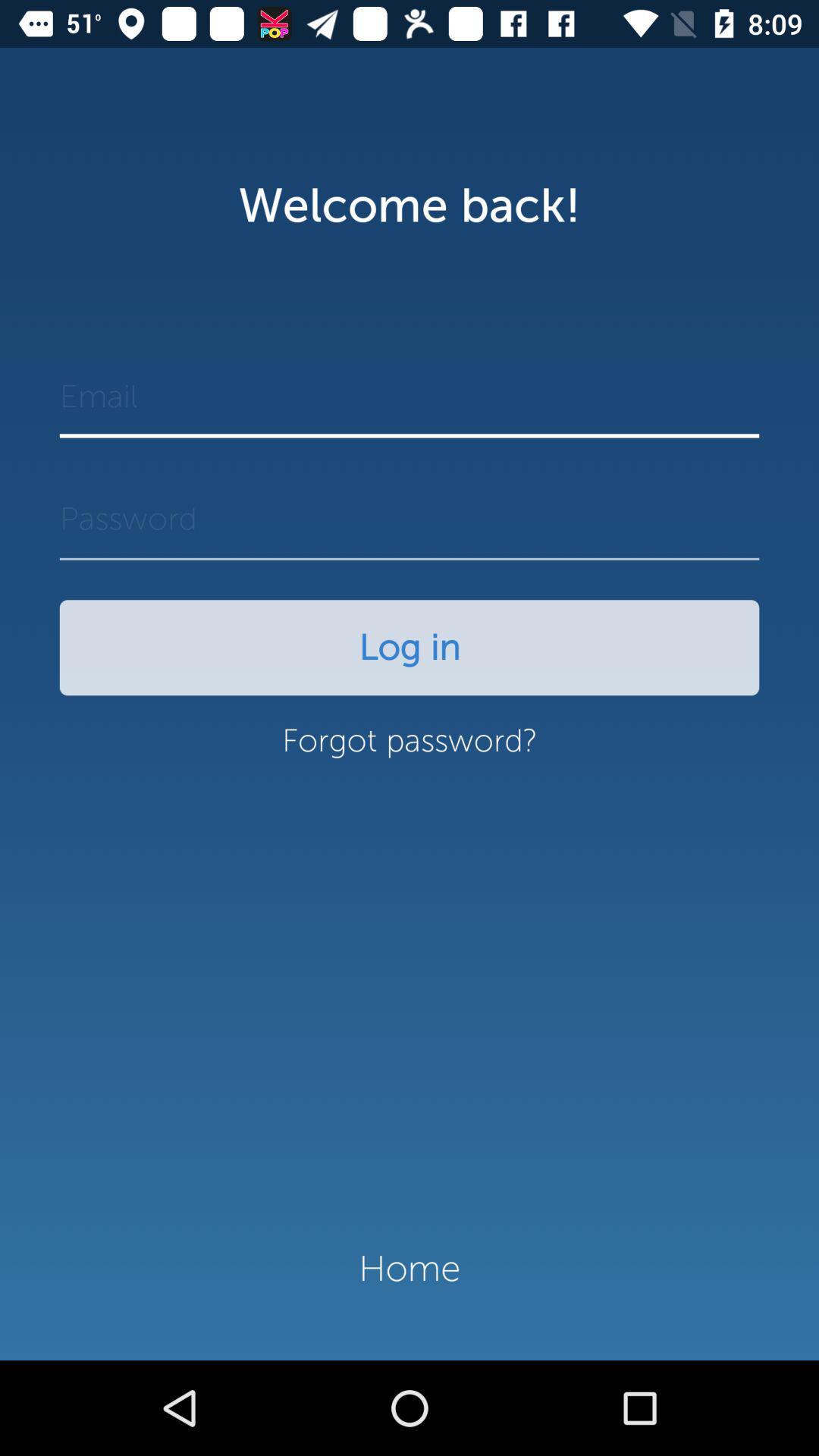 This screenshot has height=1456, width=819. I want to click on icon above home item, so click(409, 748).